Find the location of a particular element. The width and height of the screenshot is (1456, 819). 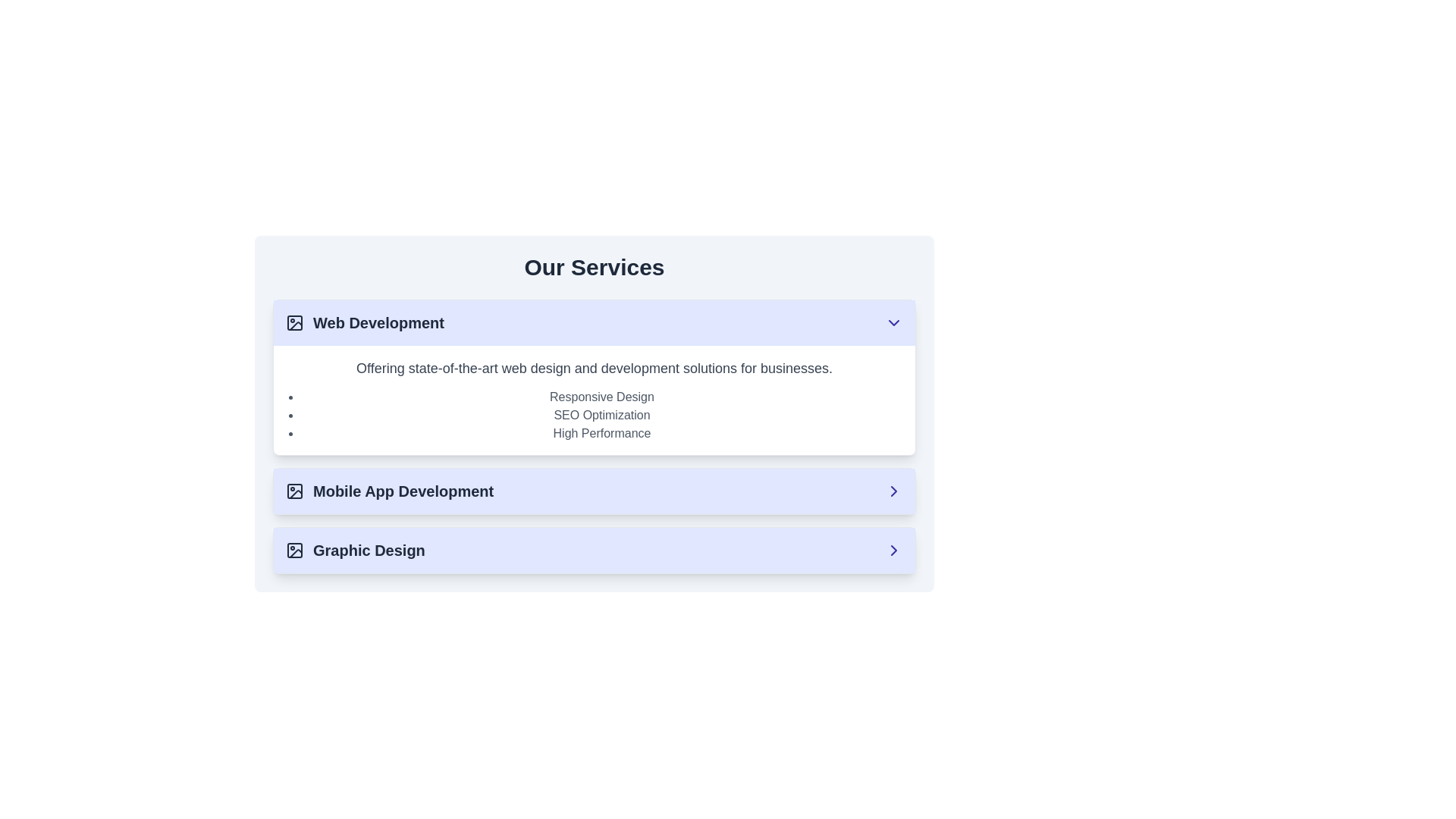

the small picture frame icon located to the left of the 'Graphic Design' text in the service list is located at coordinates (294, 550).